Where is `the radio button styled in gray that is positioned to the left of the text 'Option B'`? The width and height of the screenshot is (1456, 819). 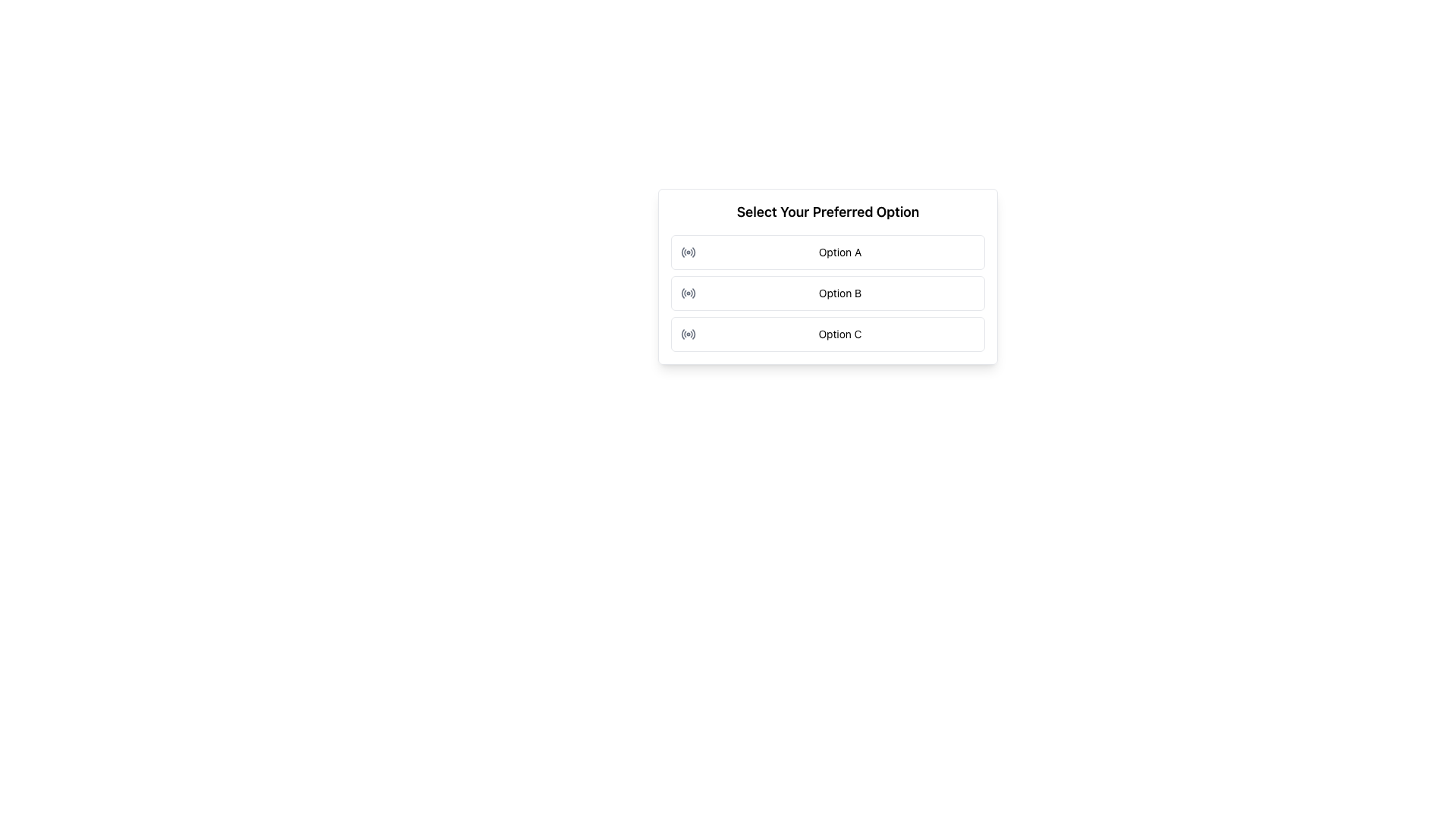 the radio button styled in gray that is positioned to the left of the text 'Option B' is located at coordinates (687, 293).